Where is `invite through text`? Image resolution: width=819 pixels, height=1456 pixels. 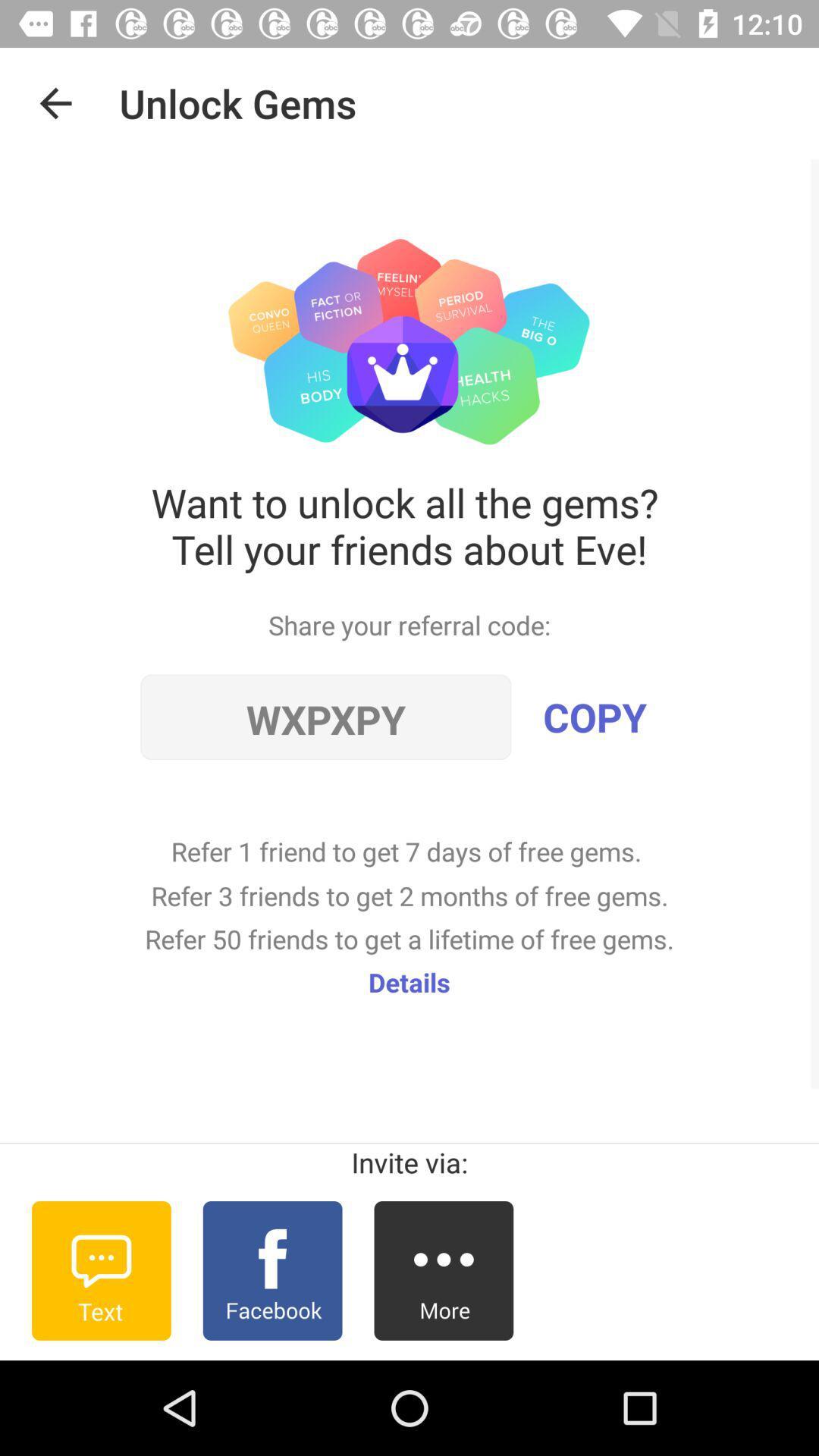 invite through text is located at coordinates (101, 1270).